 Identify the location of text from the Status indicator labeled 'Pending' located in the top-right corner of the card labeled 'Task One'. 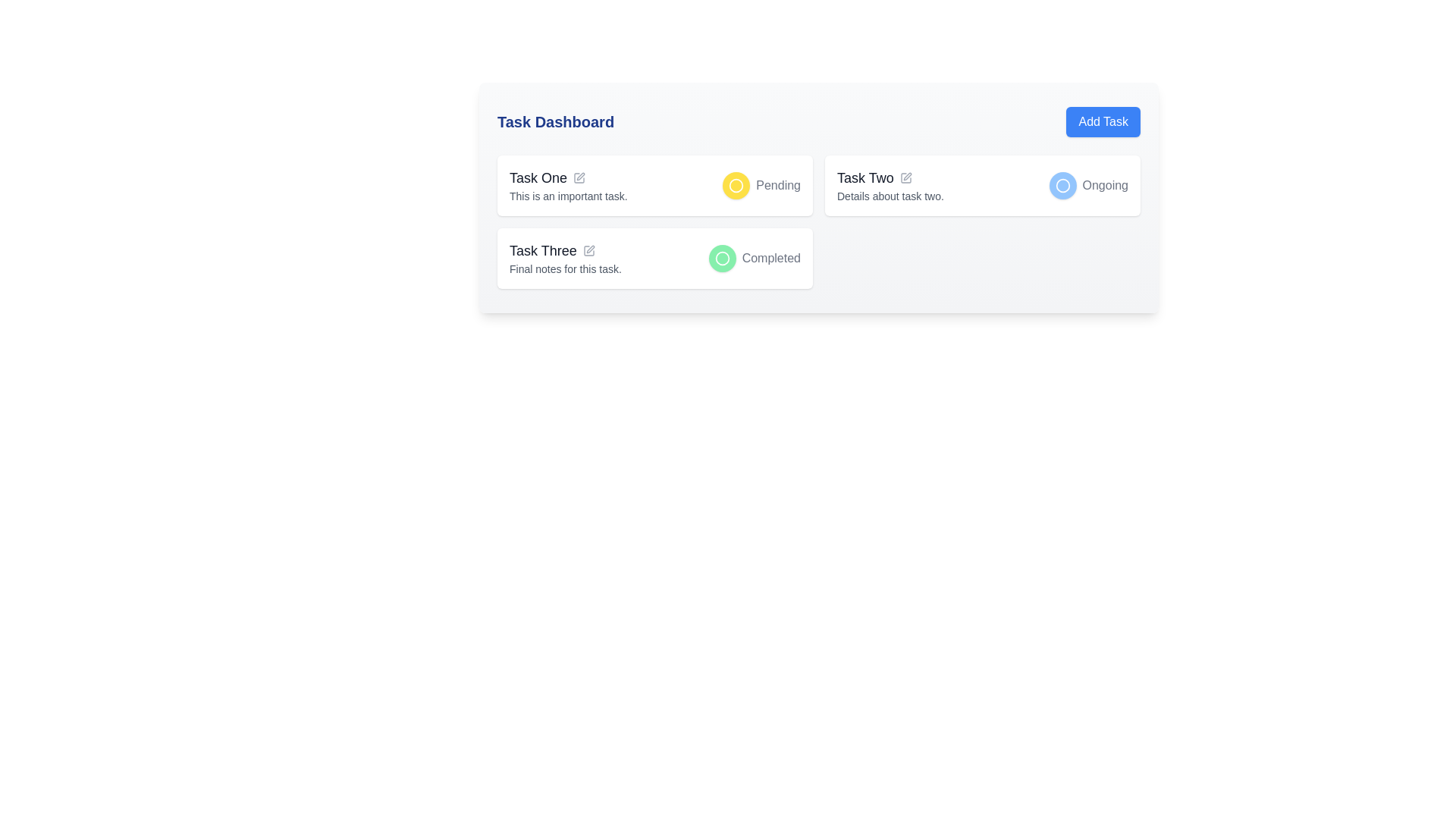
(761, 185).